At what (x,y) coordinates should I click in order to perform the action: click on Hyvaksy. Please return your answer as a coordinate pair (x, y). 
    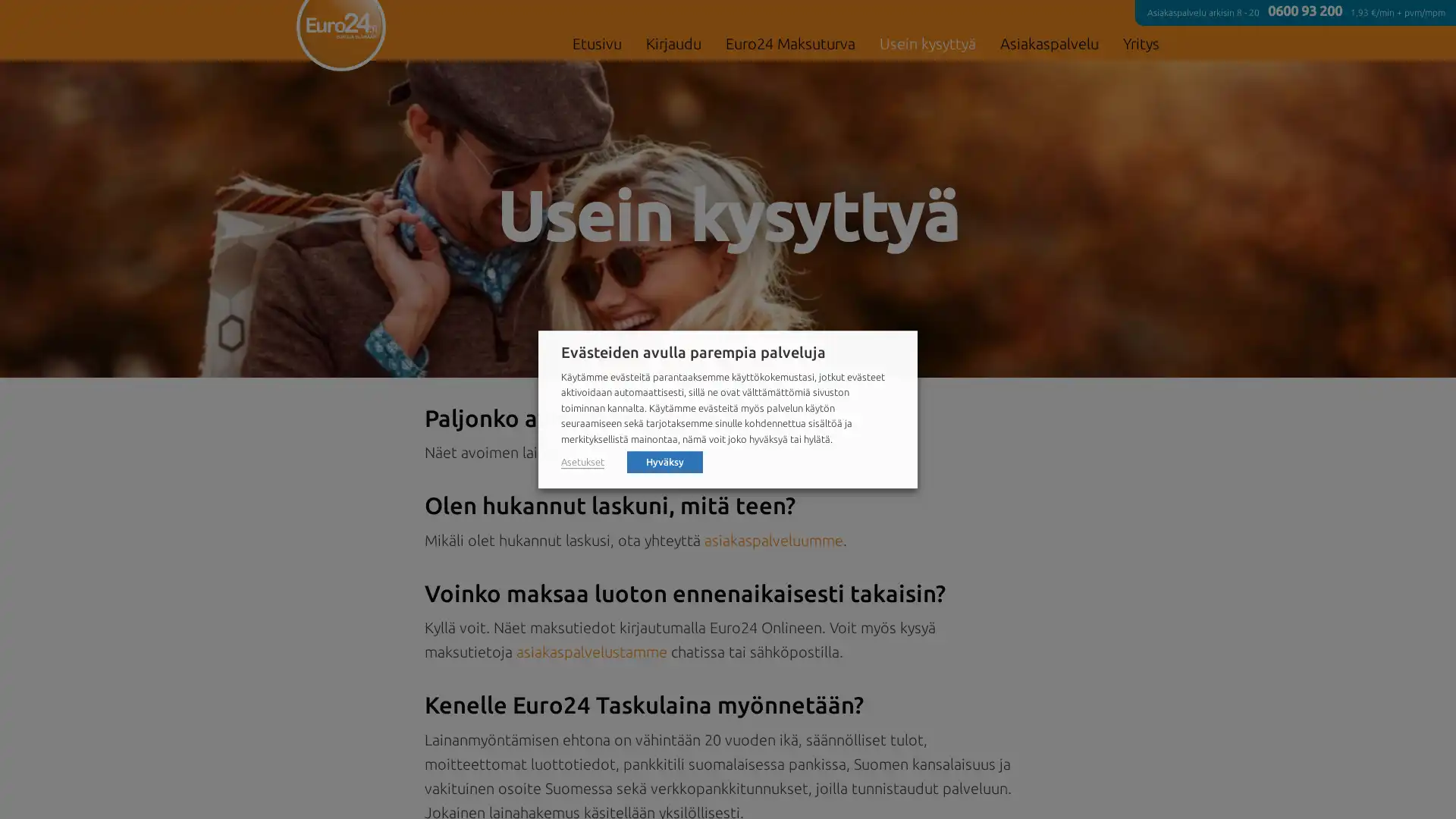
    Looking at the image, I should click on (665, 460).